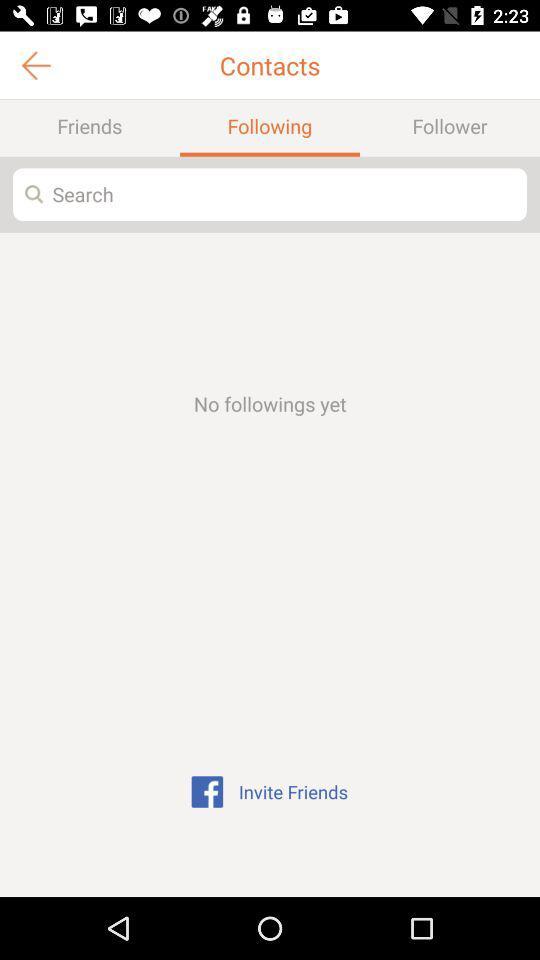 Image resolution: width=540 pixels, height=960 pixels. Describe the element at coordinates (270, 194) in the screenshot. I see `search option` at that location.